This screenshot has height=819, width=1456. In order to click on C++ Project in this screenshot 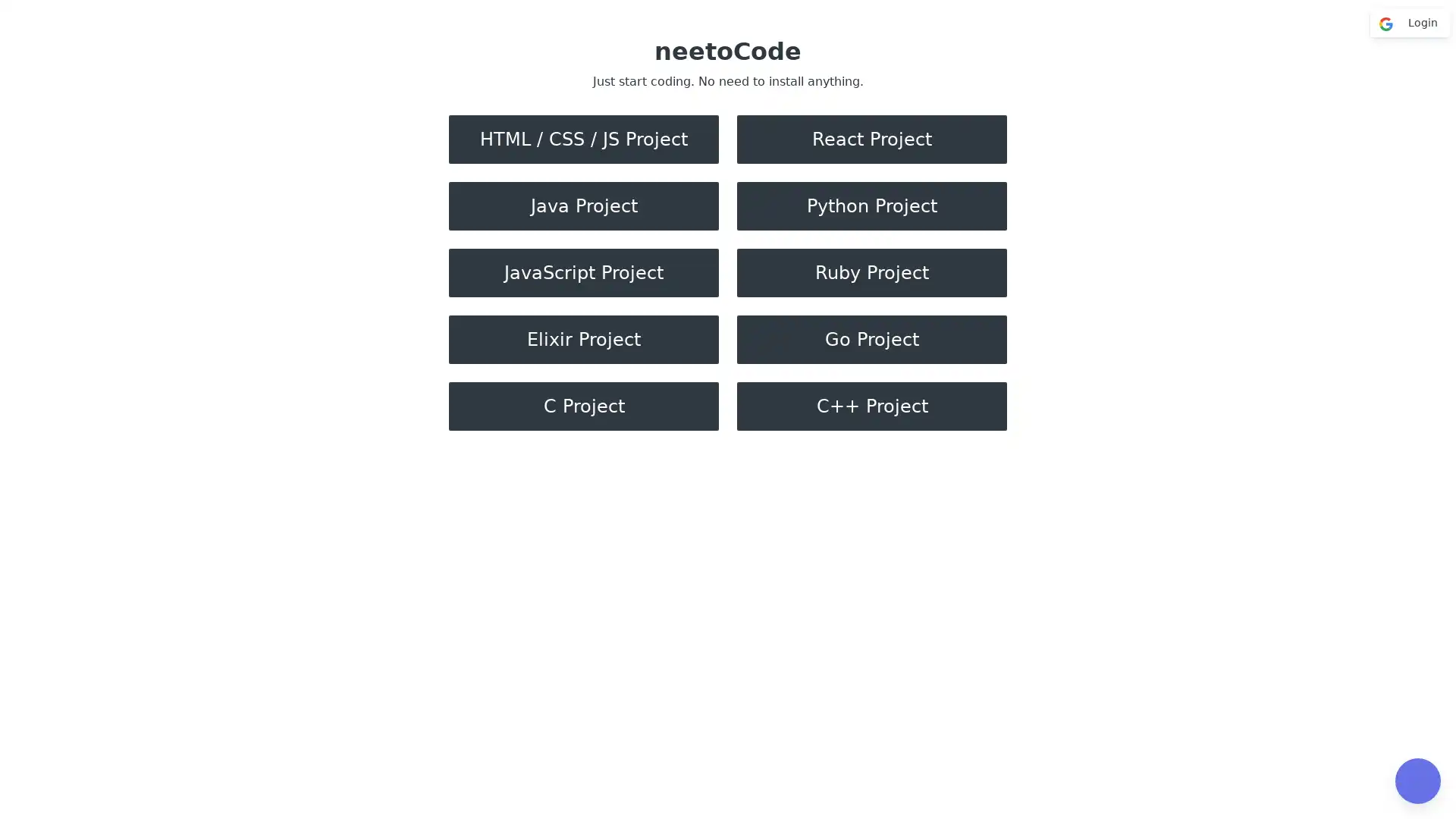, I will do `click(872, 406)`.